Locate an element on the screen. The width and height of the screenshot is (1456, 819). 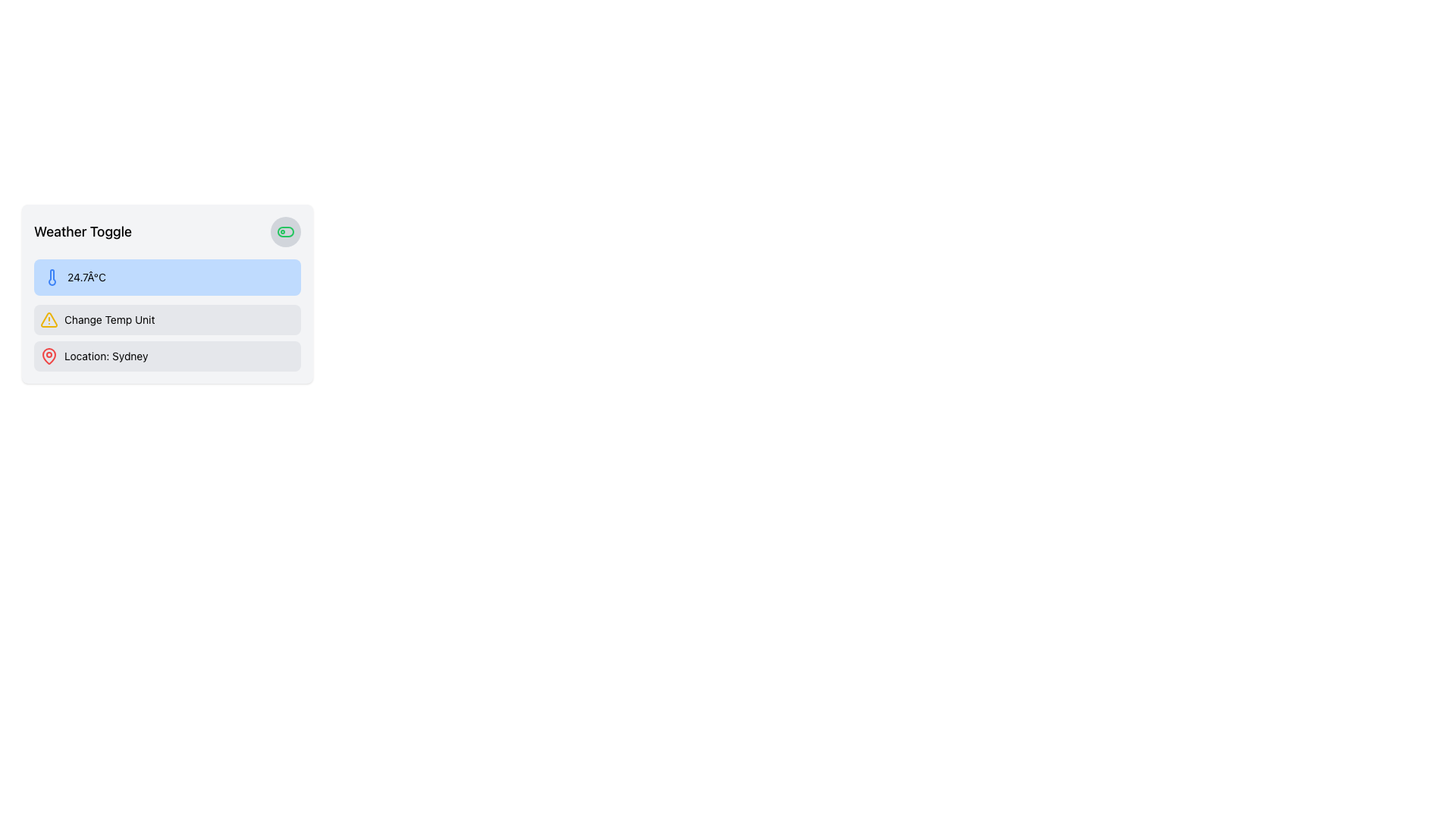
the weather icon located just left of the temperature text '24.7°C' in the blue rectangular section of the 'Weather Toggle' card is located at coordinates (52, 278).